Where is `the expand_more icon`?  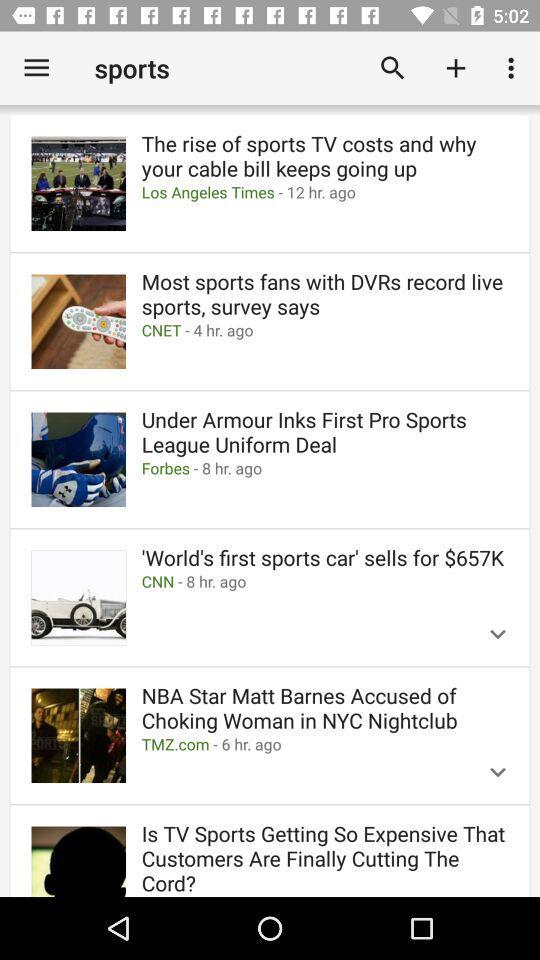
the expand_more icon is located at coordinates (496, 771).